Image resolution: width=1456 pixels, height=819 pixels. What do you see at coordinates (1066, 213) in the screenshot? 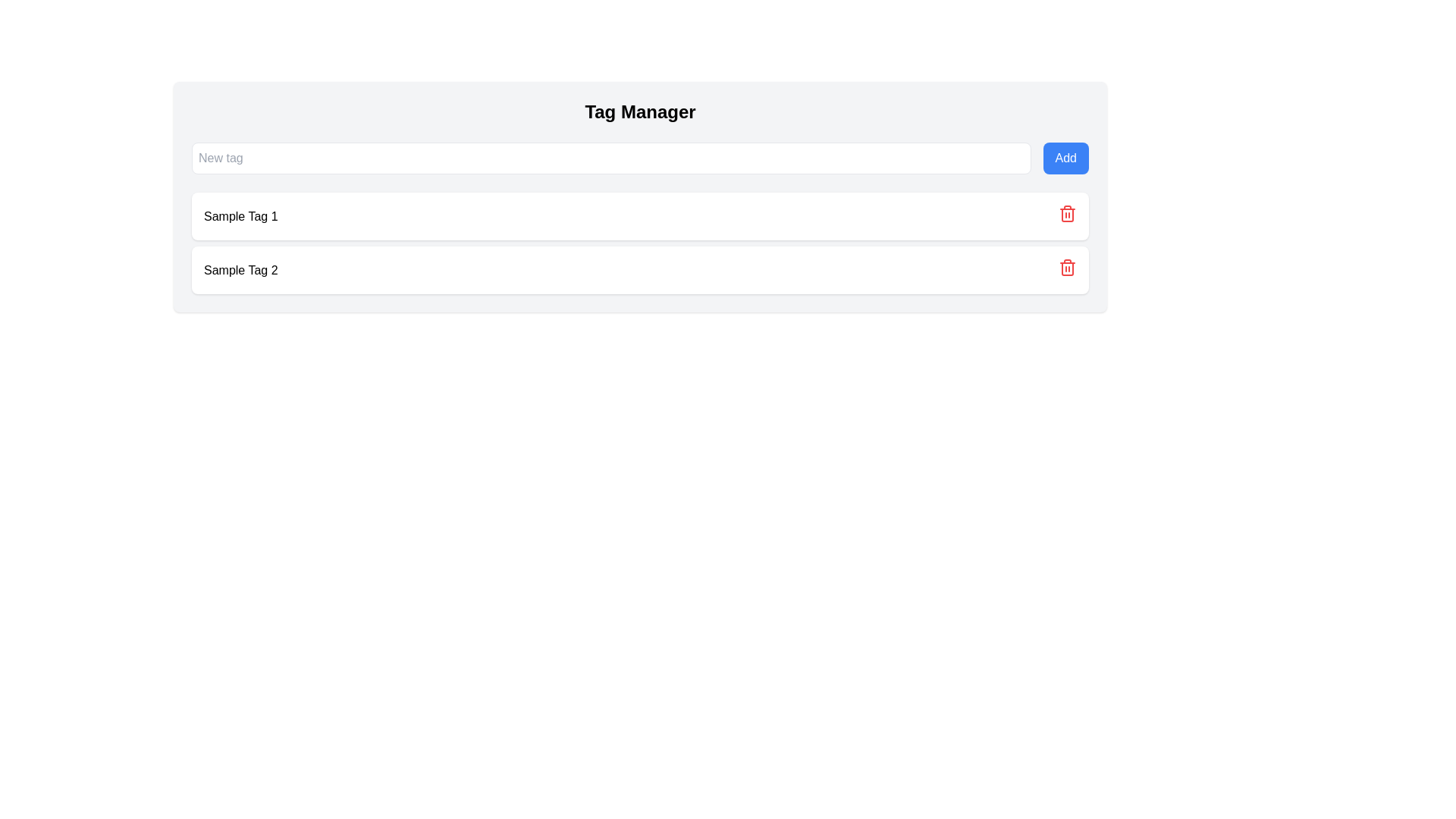
I see `the red trash can-shaped icon button located in the second row of the tag list` at bounding box center [1066, 213].